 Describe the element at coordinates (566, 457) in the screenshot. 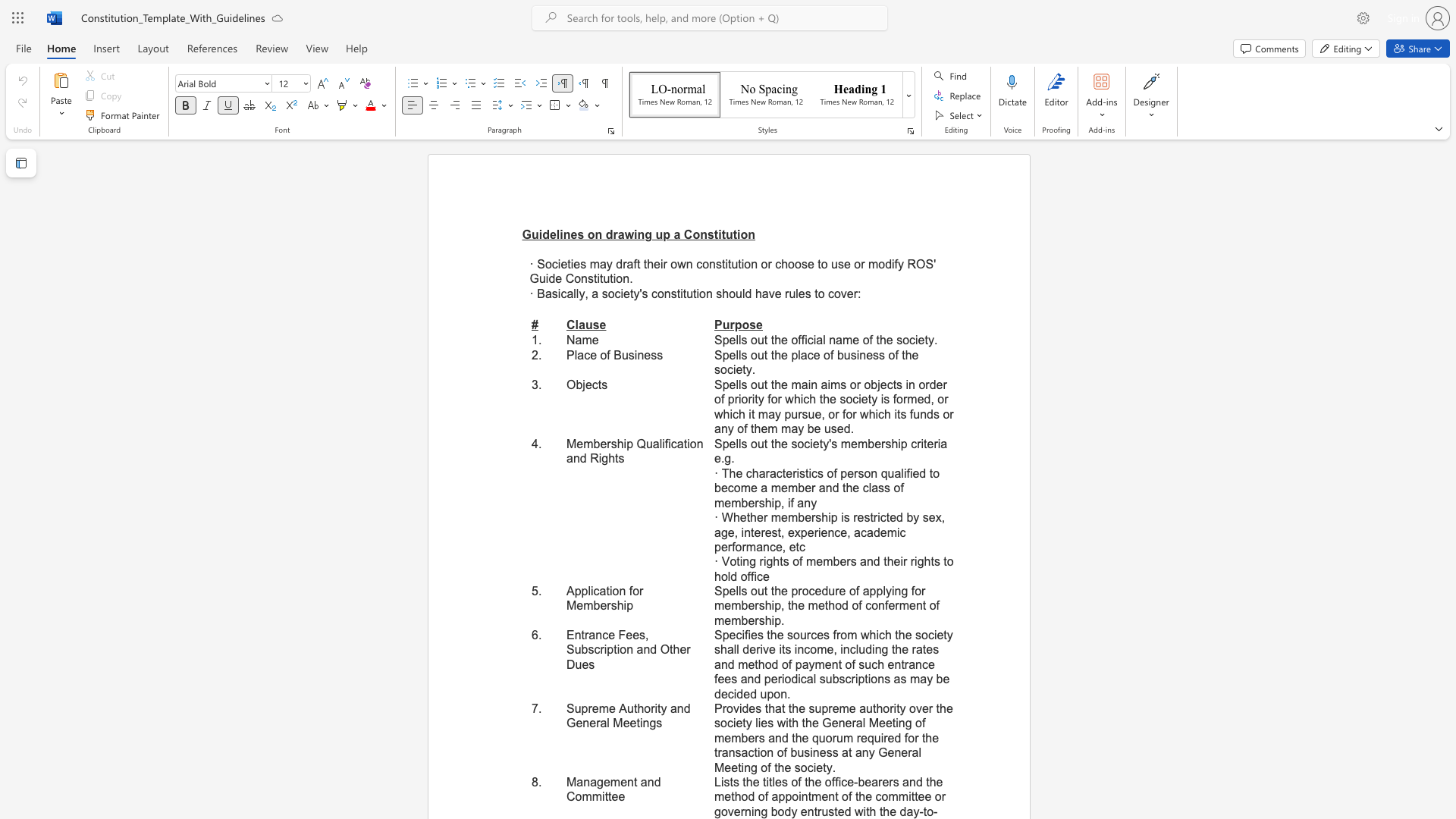

I see `the subset text "and R" within the text "Membership Qualification and Rights"` at that location.